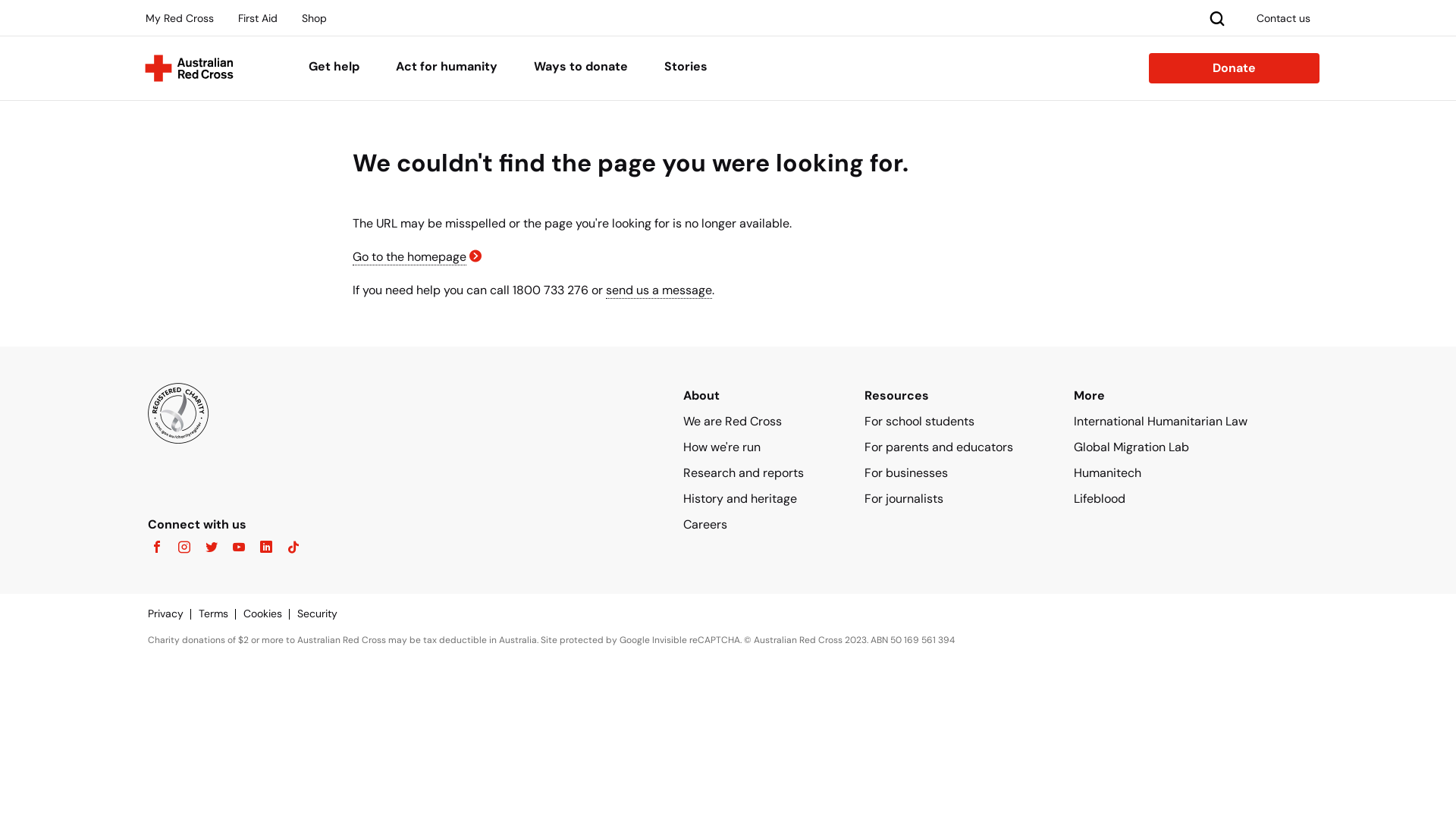  What do you see at coordinates (324, 613) in the screenshot?
I see `'Security'` at bounding box center [324, 613].